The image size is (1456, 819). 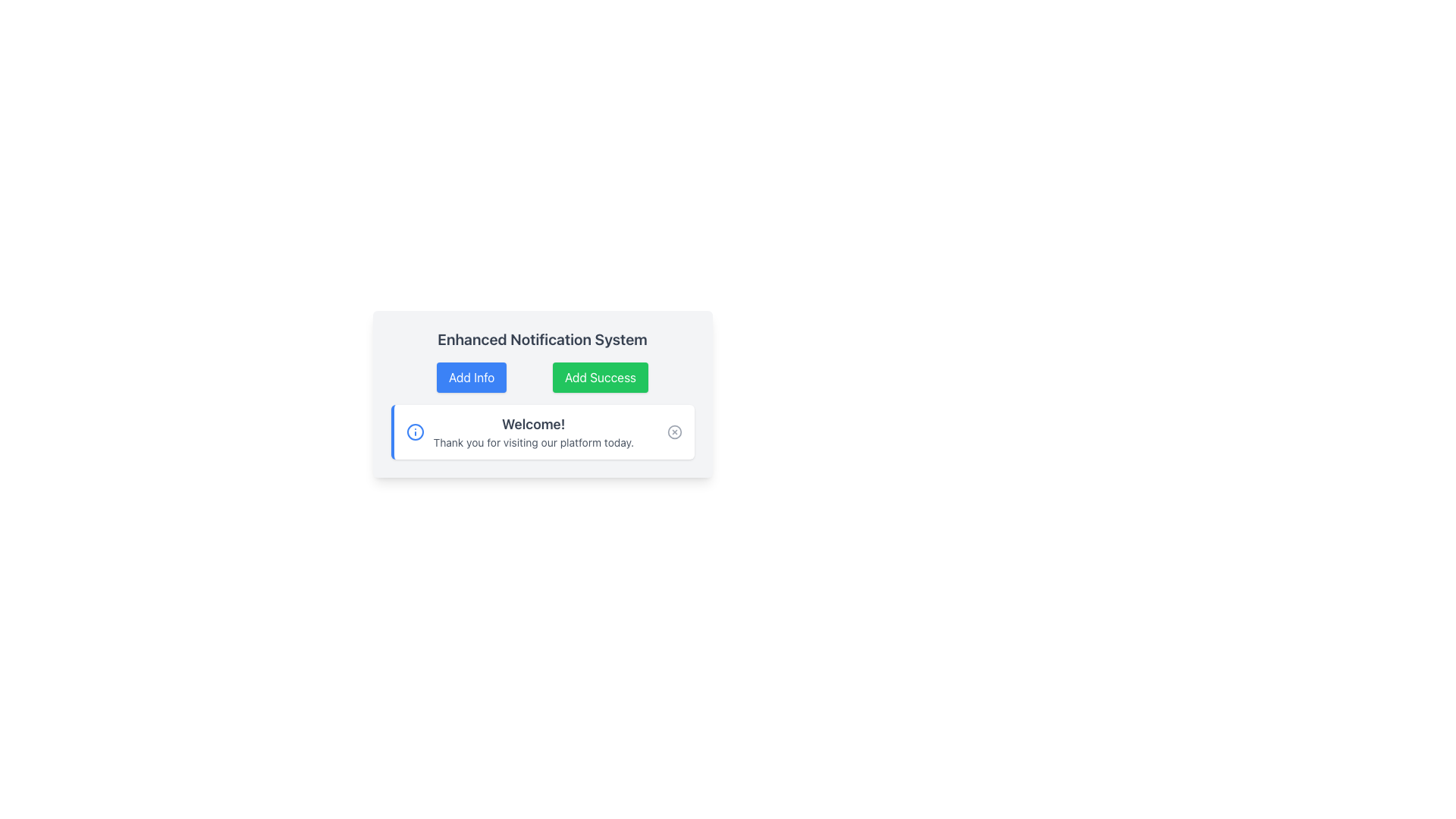 I want to click on the 'Welcome!' area in the light gray card titled 'Enhanced Notification System', so click(x=542, y=394).